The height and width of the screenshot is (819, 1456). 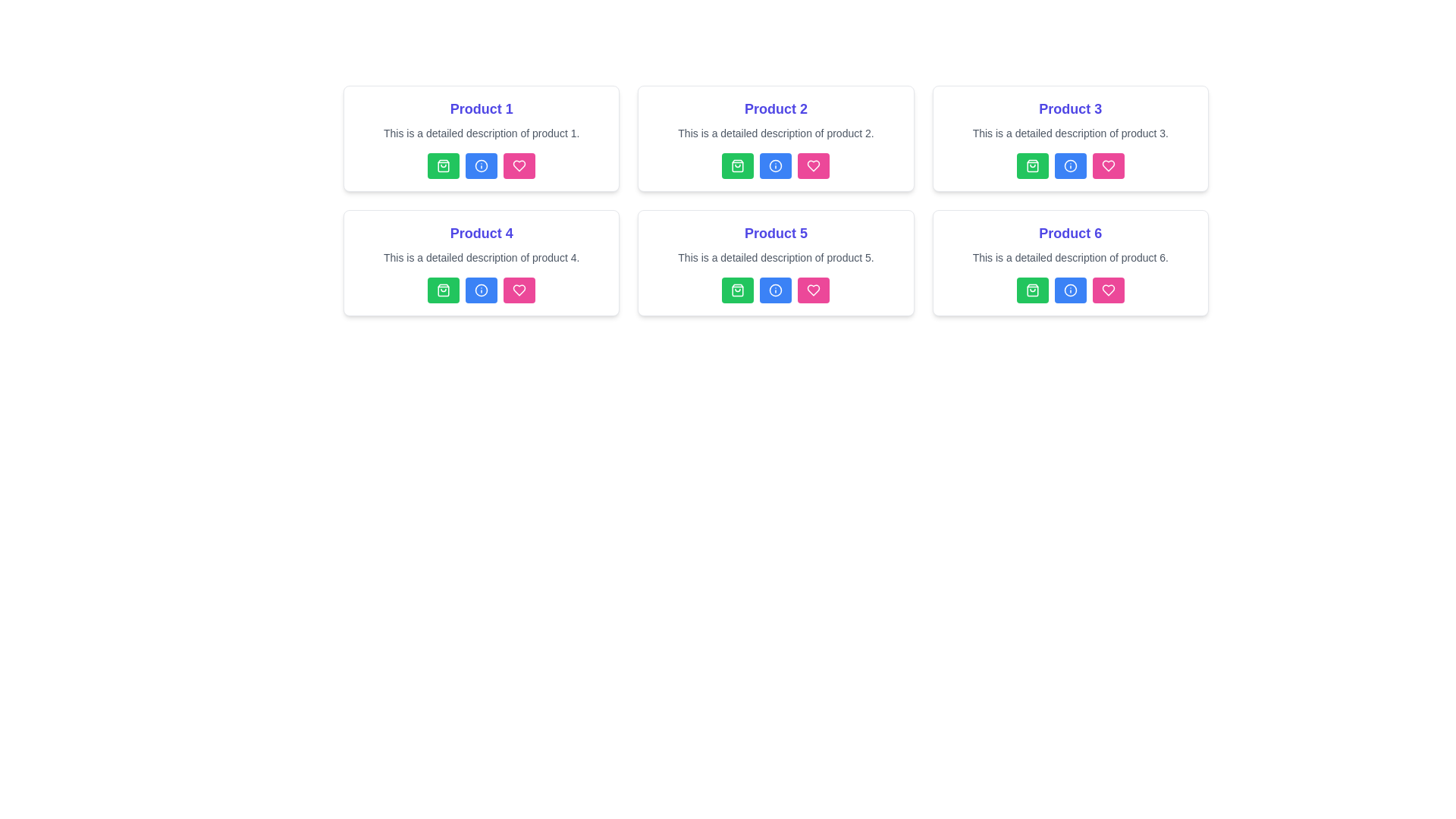 I want to click on the middle button located at the bottom of the card for 'Product 5', so click(x=776, y=290).